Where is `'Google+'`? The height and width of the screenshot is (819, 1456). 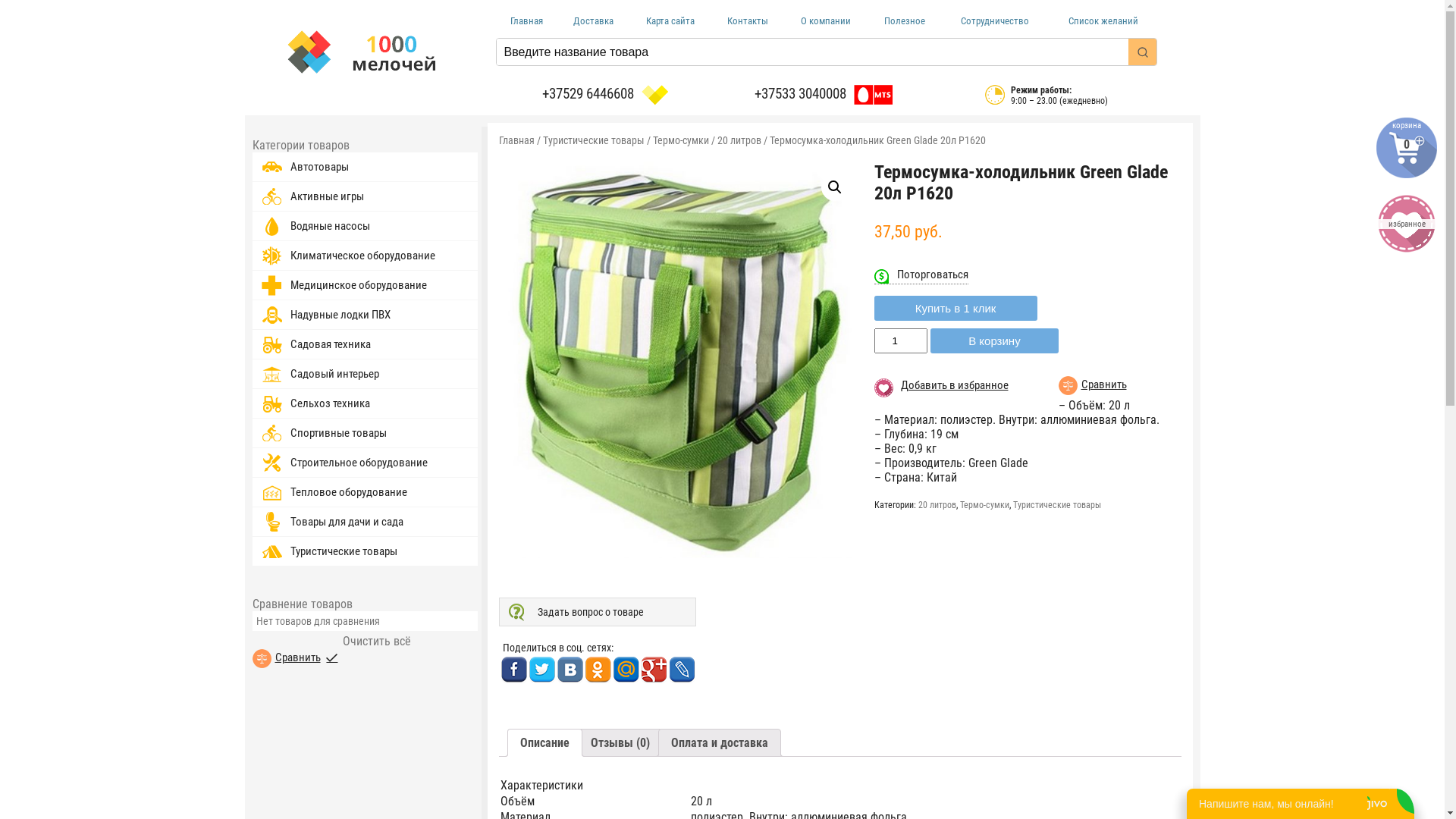
'Google+' is located at coordinates (653, 669).